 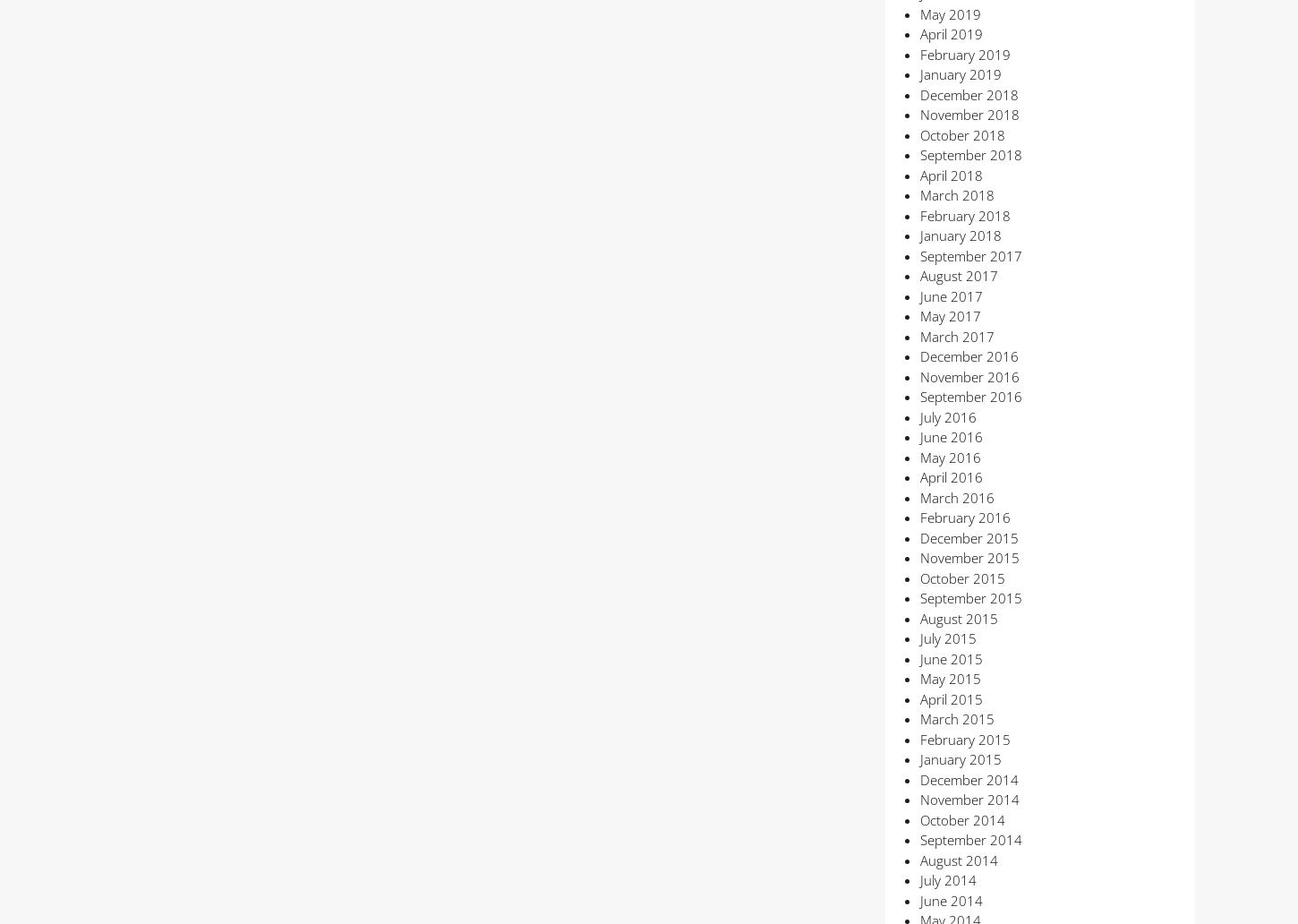 What do you see at coordinates (949, 678) in the screenshot?
I see `'May 2015'` at bounding box center [949, 678].